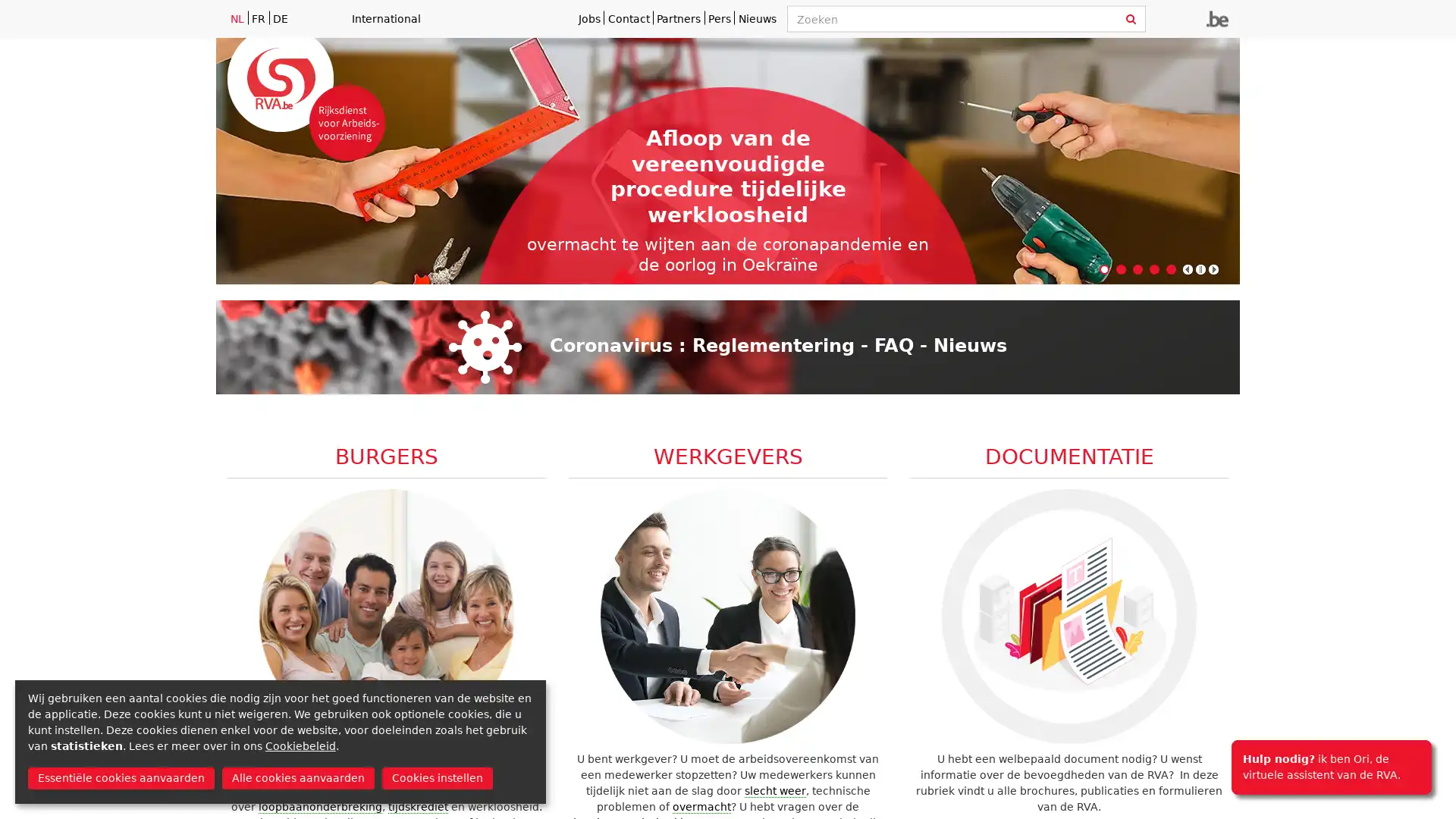 The image size is (1456, 819). Describe the element at coordinates (1331, 767) in the screenshot. I see `Hulp nodig? ik ben Ori, de virtuele assistent van de RVA.` at that location.